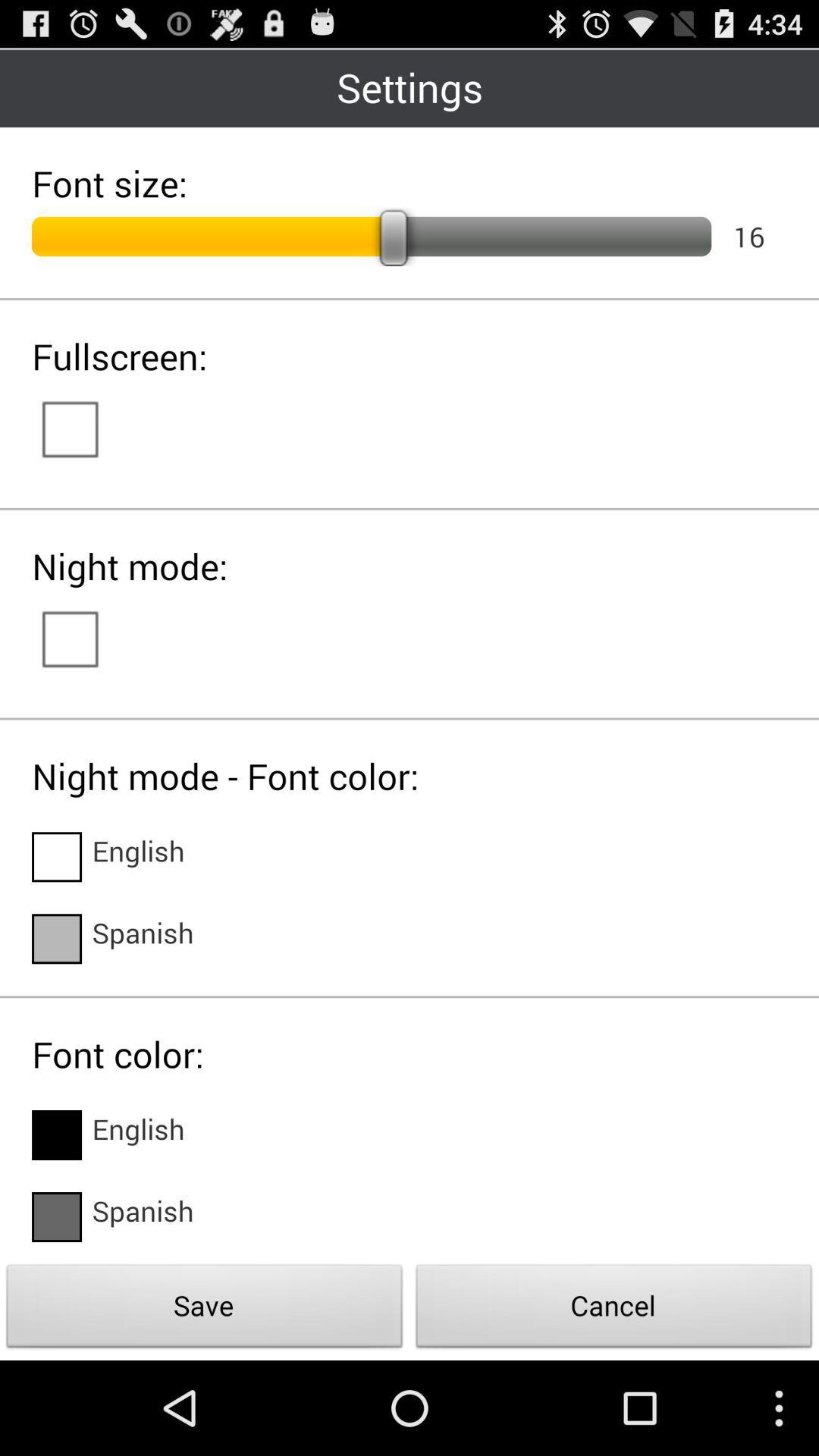  I want to click on check box beside english in font color, so click(55, 1135).